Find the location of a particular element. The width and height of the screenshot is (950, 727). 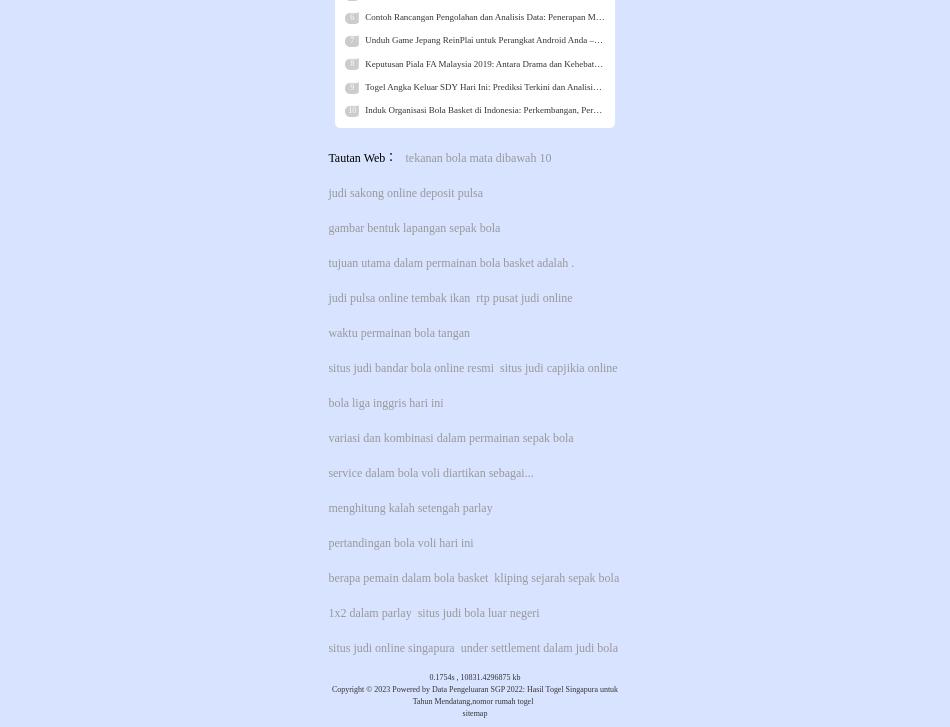

'waktu permainan bola tangan' is located at coordinates (398, 332).